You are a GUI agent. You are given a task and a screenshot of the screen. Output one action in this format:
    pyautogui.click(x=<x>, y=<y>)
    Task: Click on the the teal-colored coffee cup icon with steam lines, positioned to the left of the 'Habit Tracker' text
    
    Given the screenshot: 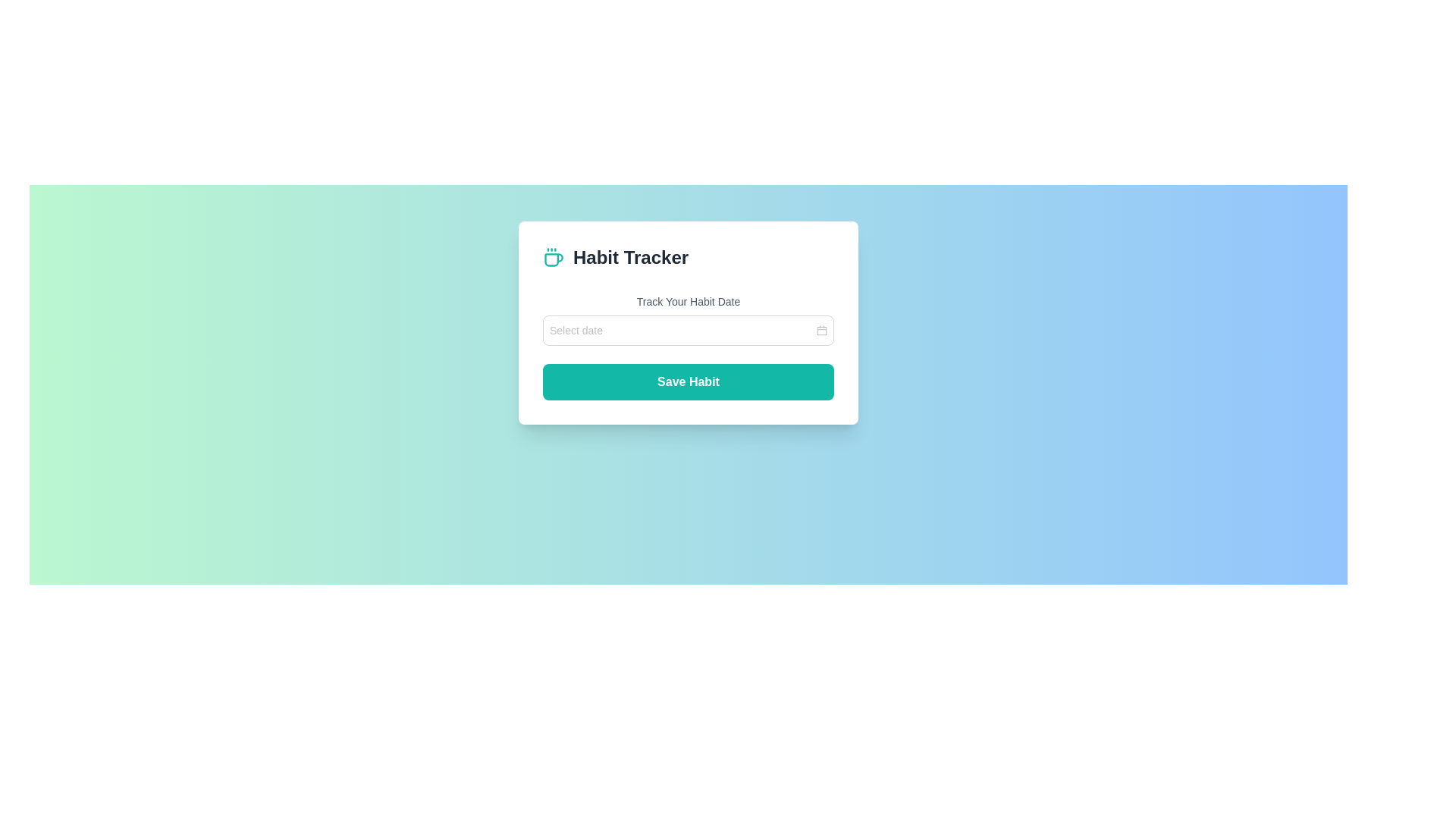 What is the action you would take?
    pyautogui.click(x=552, y=256)
    